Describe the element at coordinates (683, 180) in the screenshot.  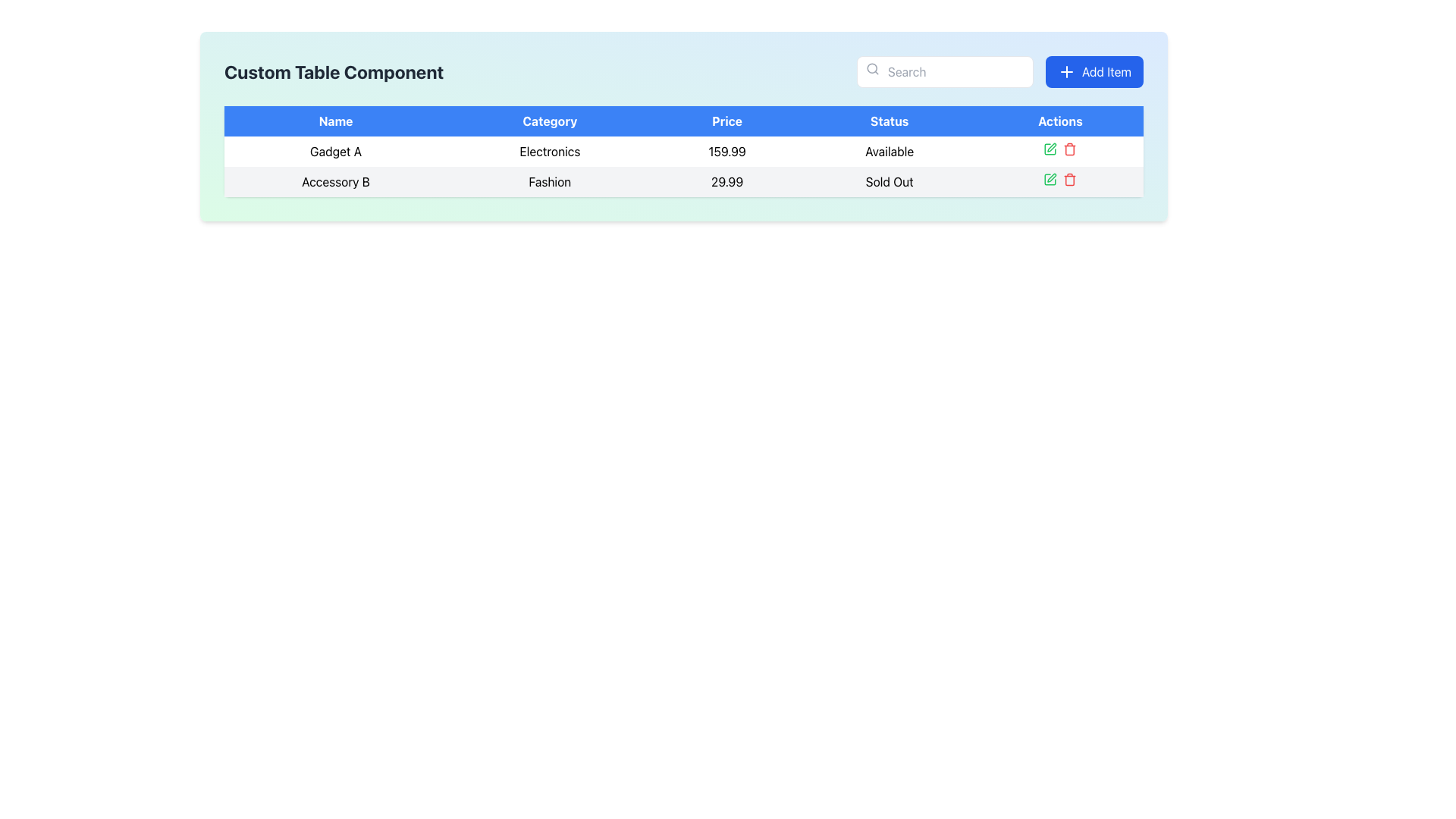
I see `the second row in the product table` at that location.